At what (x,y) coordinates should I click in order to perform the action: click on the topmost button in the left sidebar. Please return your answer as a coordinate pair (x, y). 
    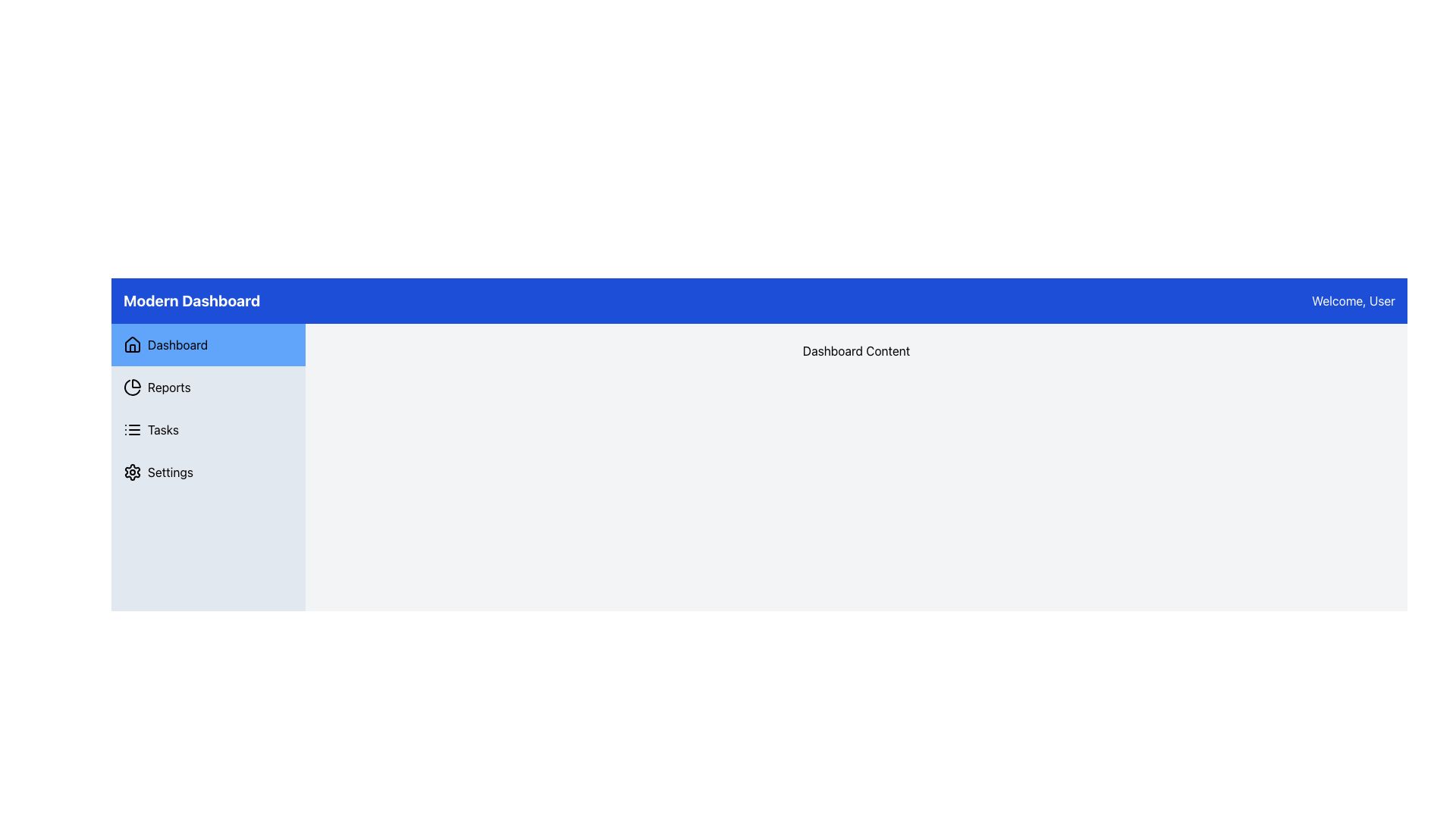
    Looking at the image, I should click on (207, 345).